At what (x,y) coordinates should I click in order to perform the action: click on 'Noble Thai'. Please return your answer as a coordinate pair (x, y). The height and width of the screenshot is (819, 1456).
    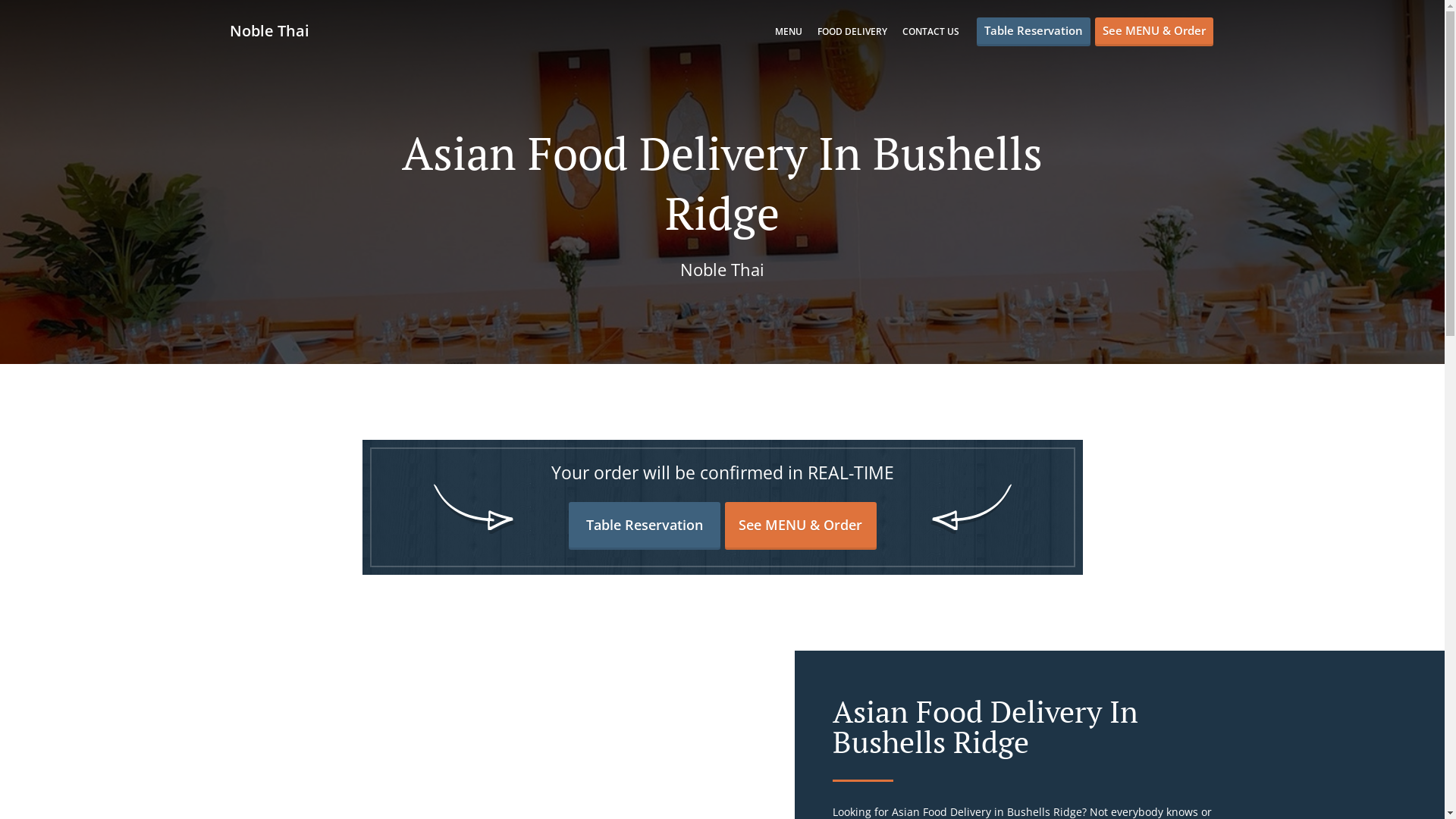
    Looking at the image, I should click on (228, 30).